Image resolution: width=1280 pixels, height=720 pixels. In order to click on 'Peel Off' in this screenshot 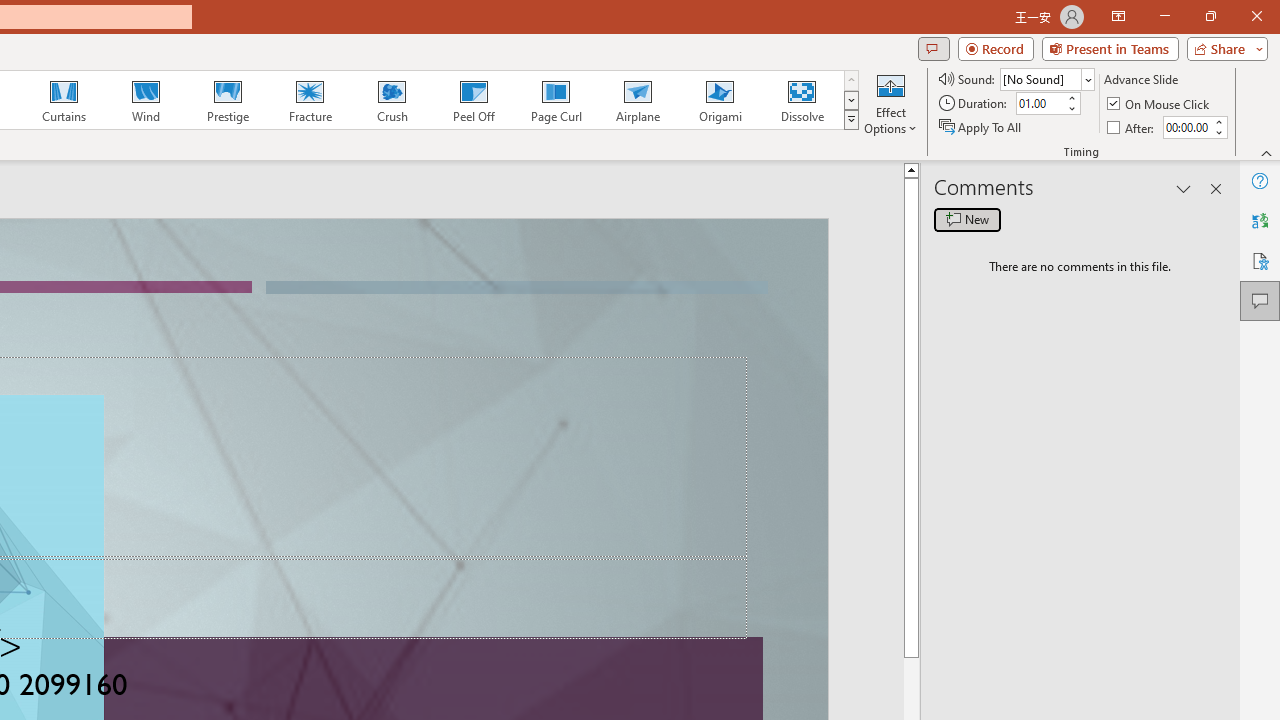, I will do `click(472, 100)`.